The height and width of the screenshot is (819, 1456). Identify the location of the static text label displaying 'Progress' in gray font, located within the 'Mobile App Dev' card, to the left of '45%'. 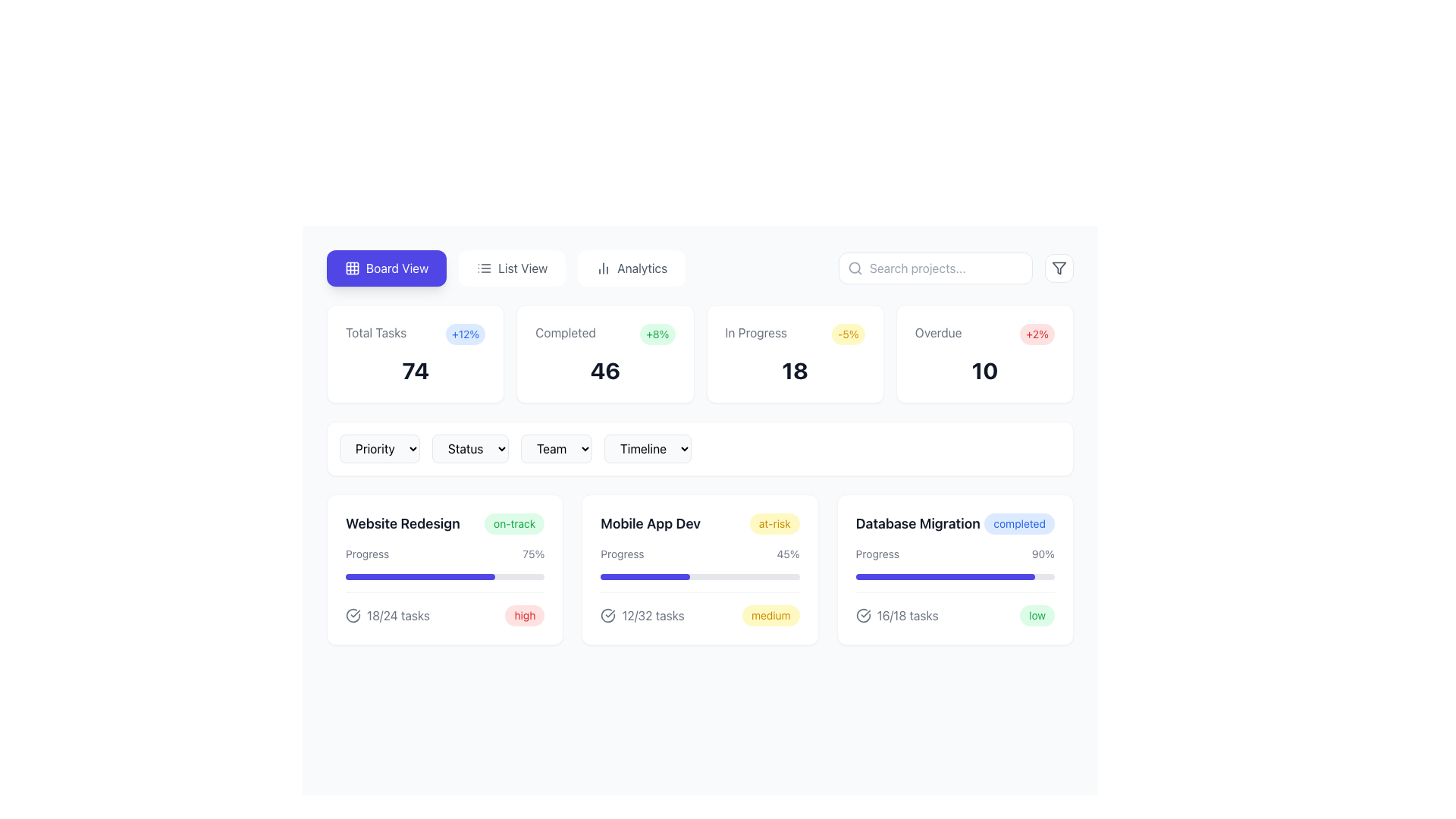
(622, 554).